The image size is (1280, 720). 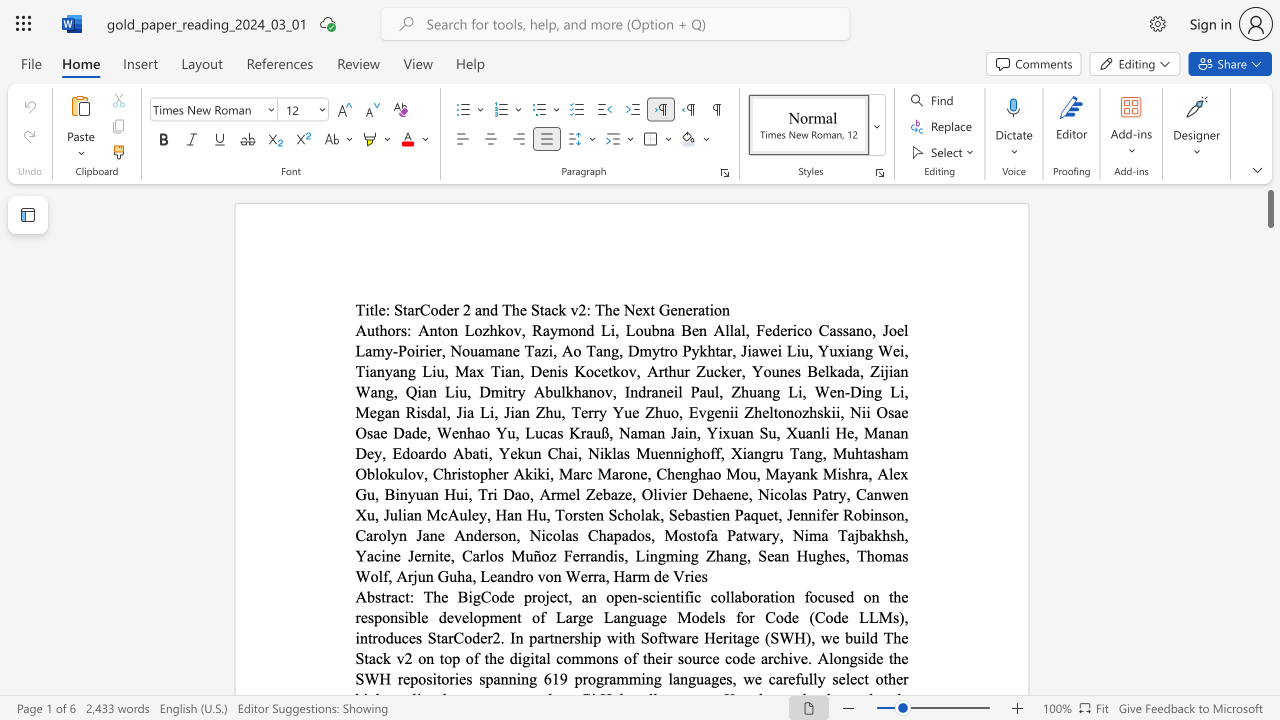 I want to click on the side scrollbar to bring the page down, so click(x=1269, y=428).